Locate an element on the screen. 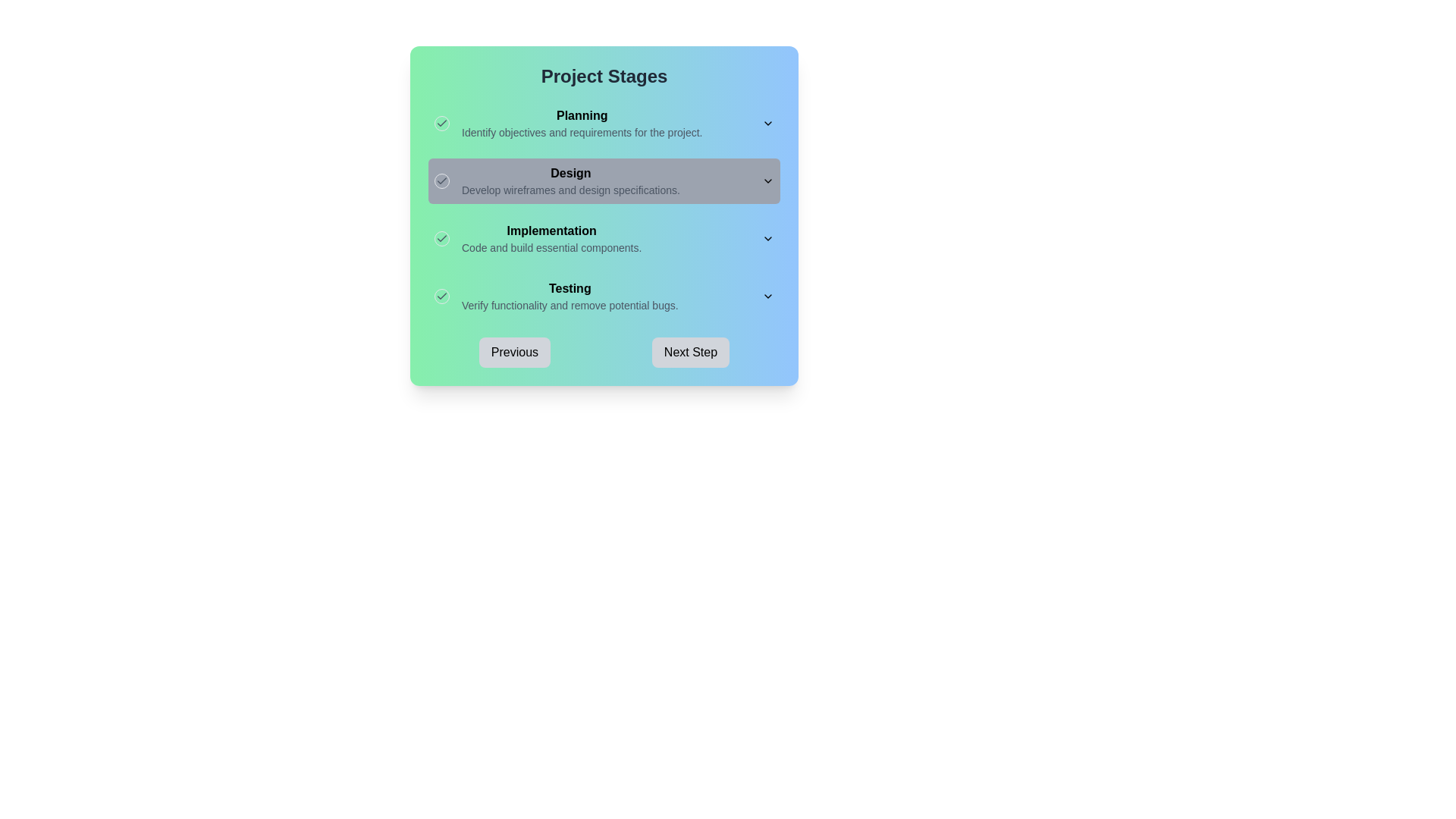 The image size is (1456, 819). the chevron-down icon, which is a minimalist black arrow indicating a dropdown menu, located near the right edge and aligned with the 'Testing' section label is located at coordinates (767, 296).